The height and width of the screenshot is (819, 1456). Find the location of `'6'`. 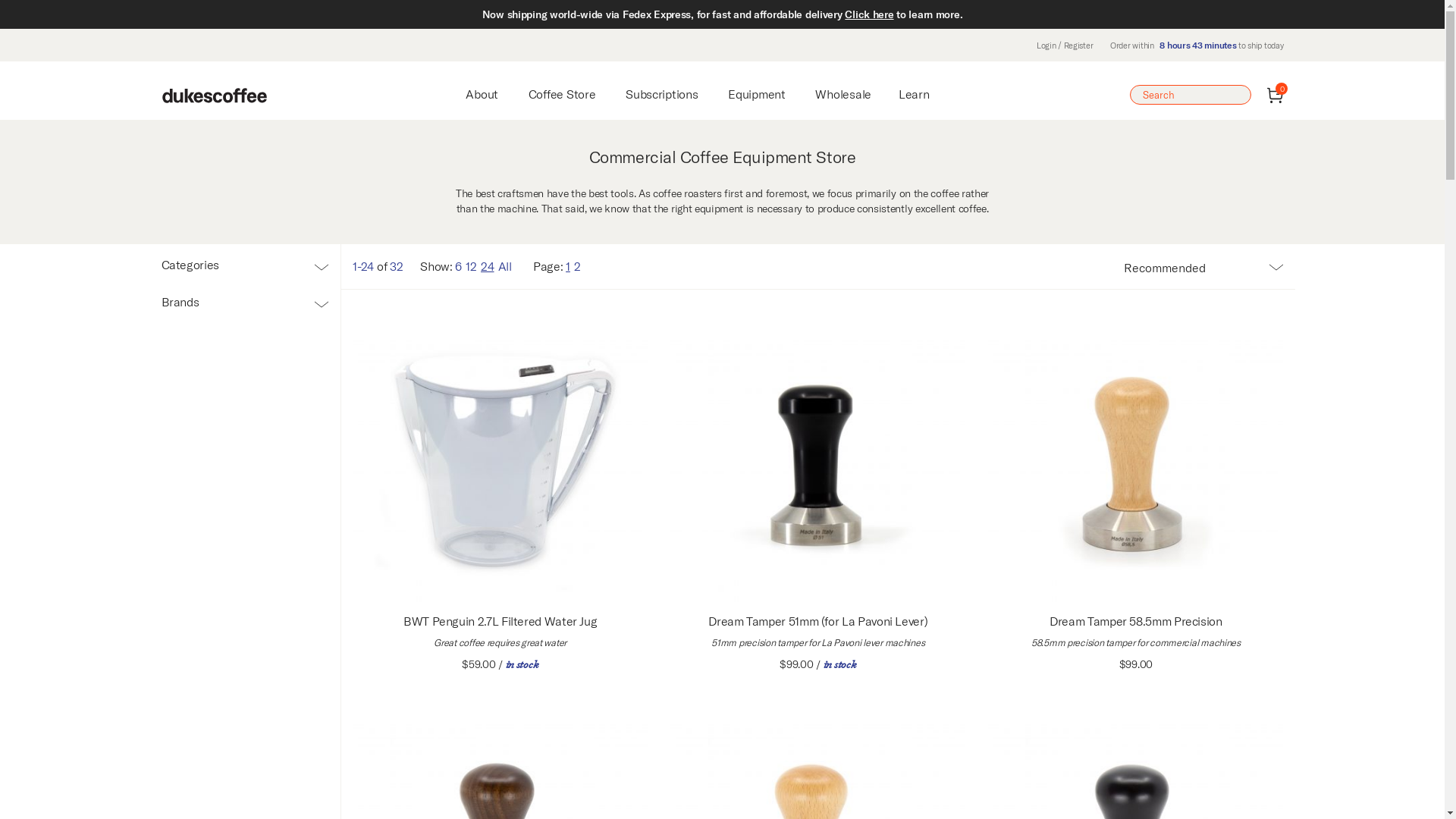

'6' is located at coordinates (454, 265).